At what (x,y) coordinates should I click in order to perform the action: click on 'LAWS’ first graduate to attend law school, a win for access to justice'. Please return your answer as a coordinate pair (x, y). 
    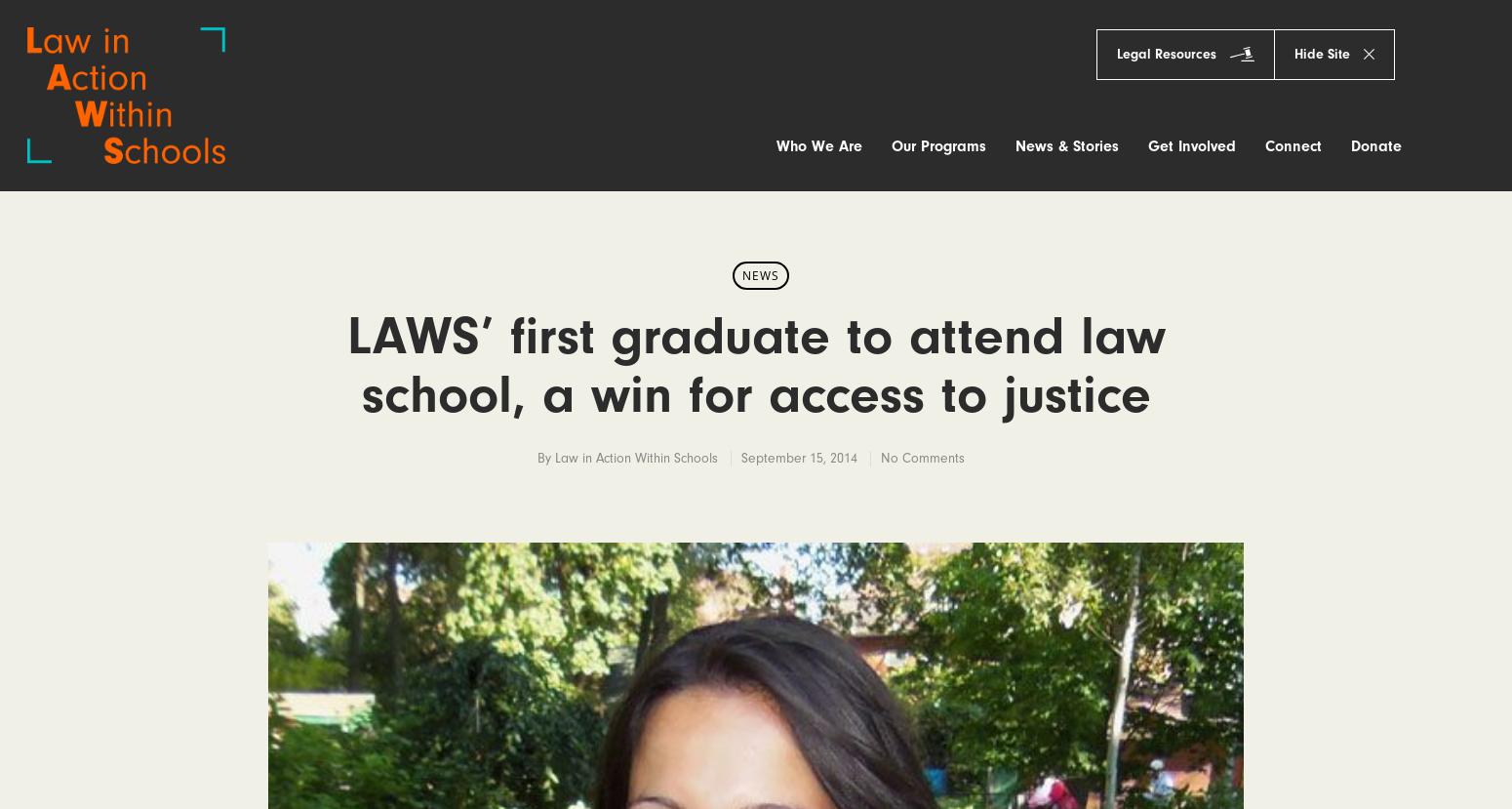
    Looking at the image, I should click on (344, 364).